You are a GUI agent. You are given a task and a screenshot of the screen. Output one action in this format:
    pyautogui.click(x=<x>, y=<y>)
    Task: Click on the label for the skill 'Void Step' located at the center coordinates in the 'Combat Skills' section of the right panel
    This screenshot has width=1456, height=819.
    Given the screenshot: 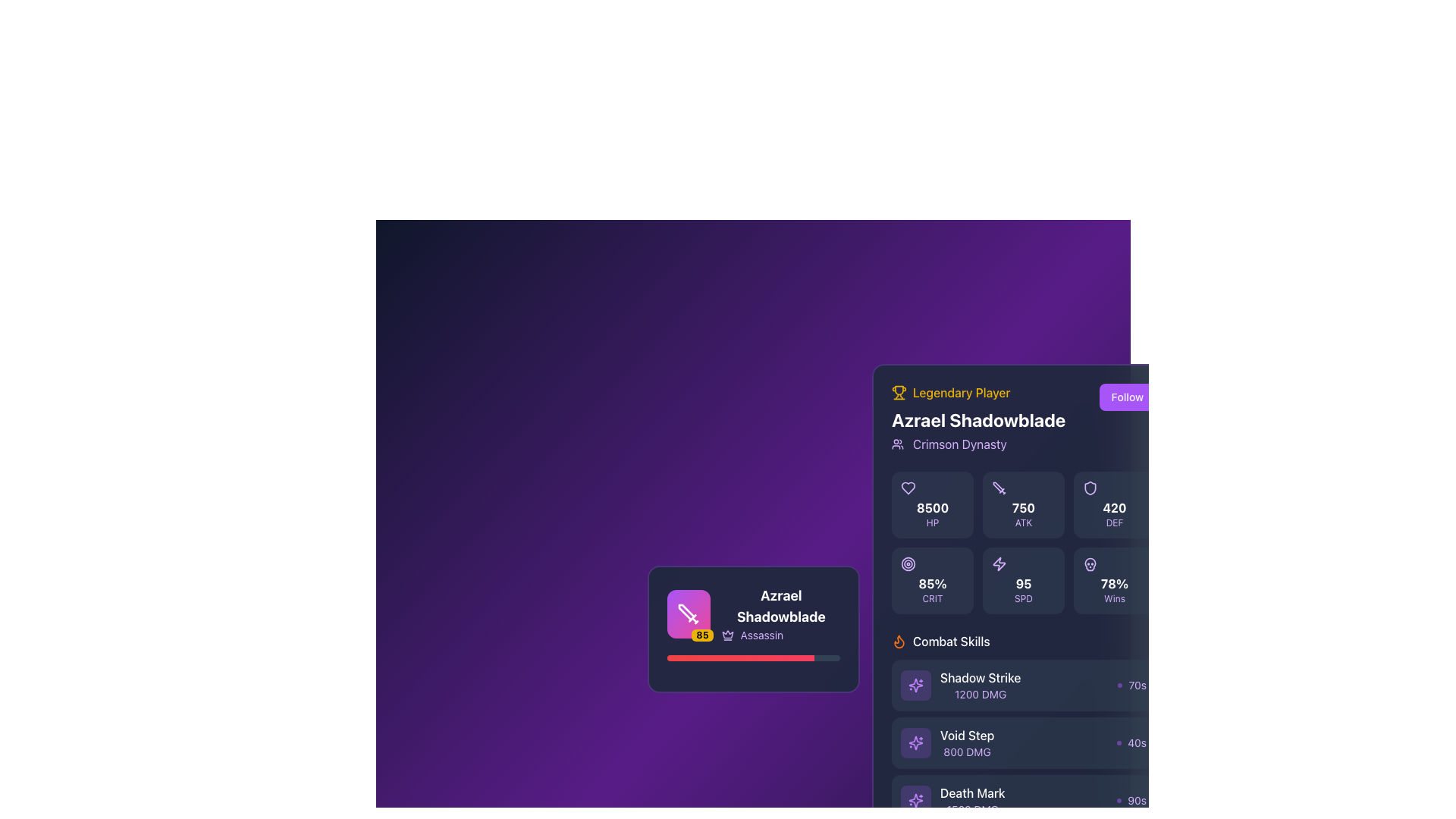 What is the action you would take?
    pyautogui.click(x=966, y=734)
    